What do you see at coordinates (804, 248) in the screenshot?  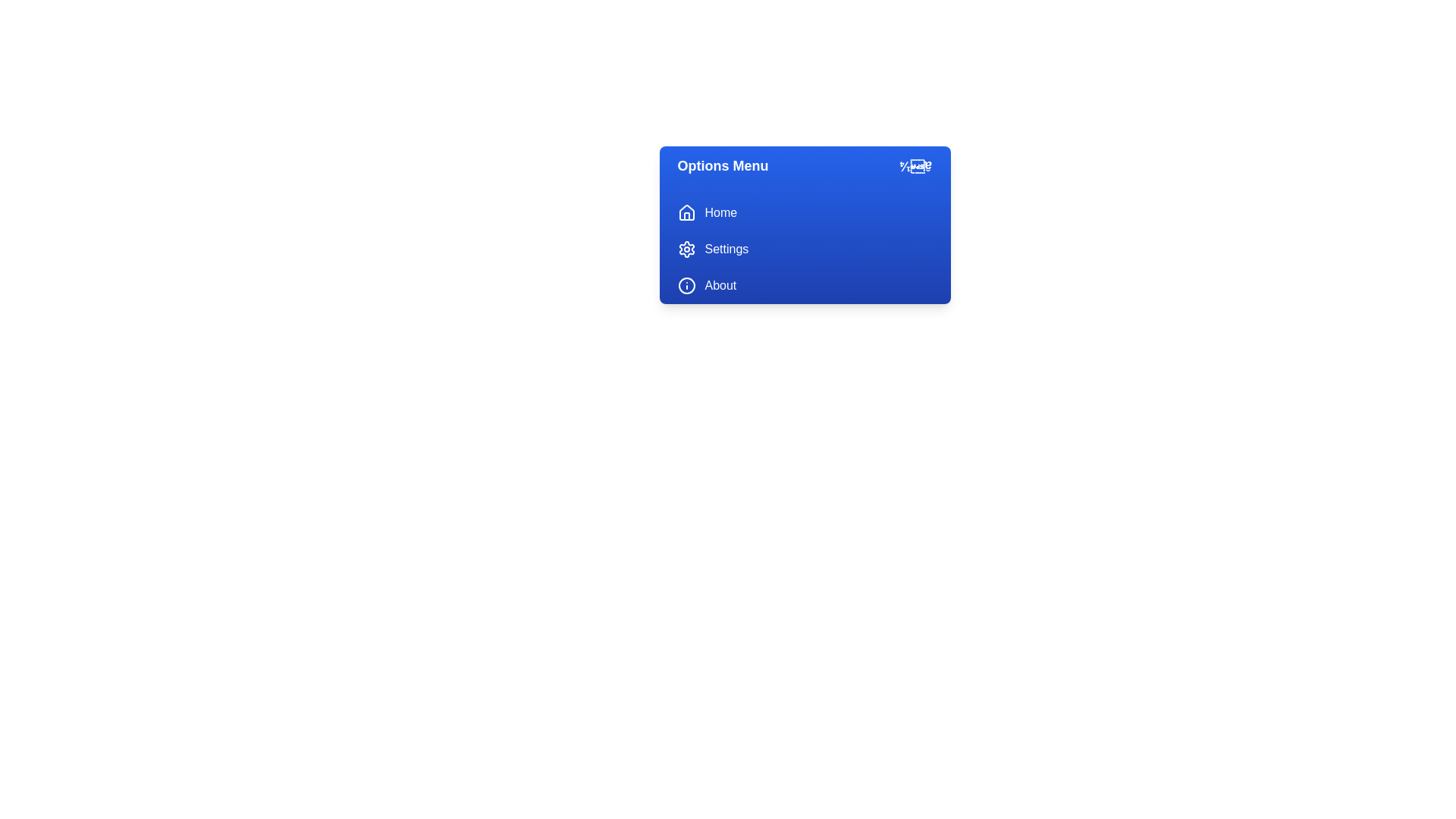 I see `the 'Settings' option in the menu` at bounding box center [804, 248].